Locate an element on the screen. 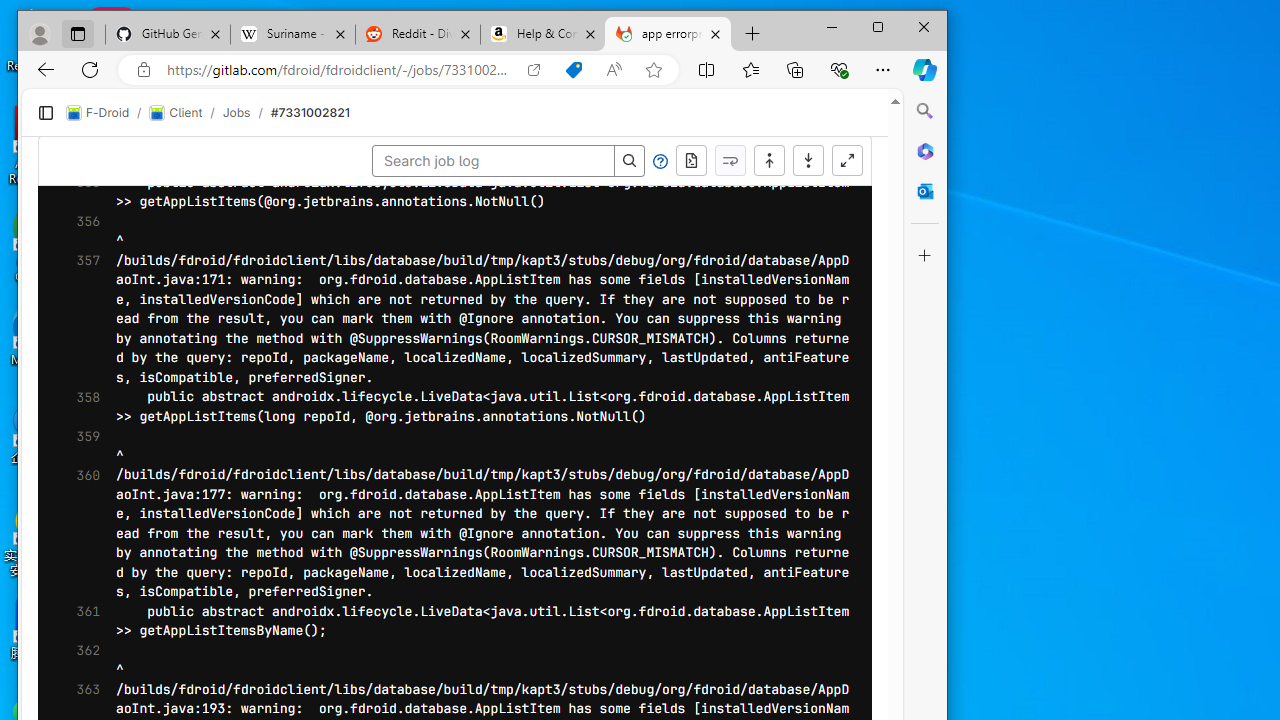 The image size is (1280, 720). 'Client' is located at coordinates (176, 112).